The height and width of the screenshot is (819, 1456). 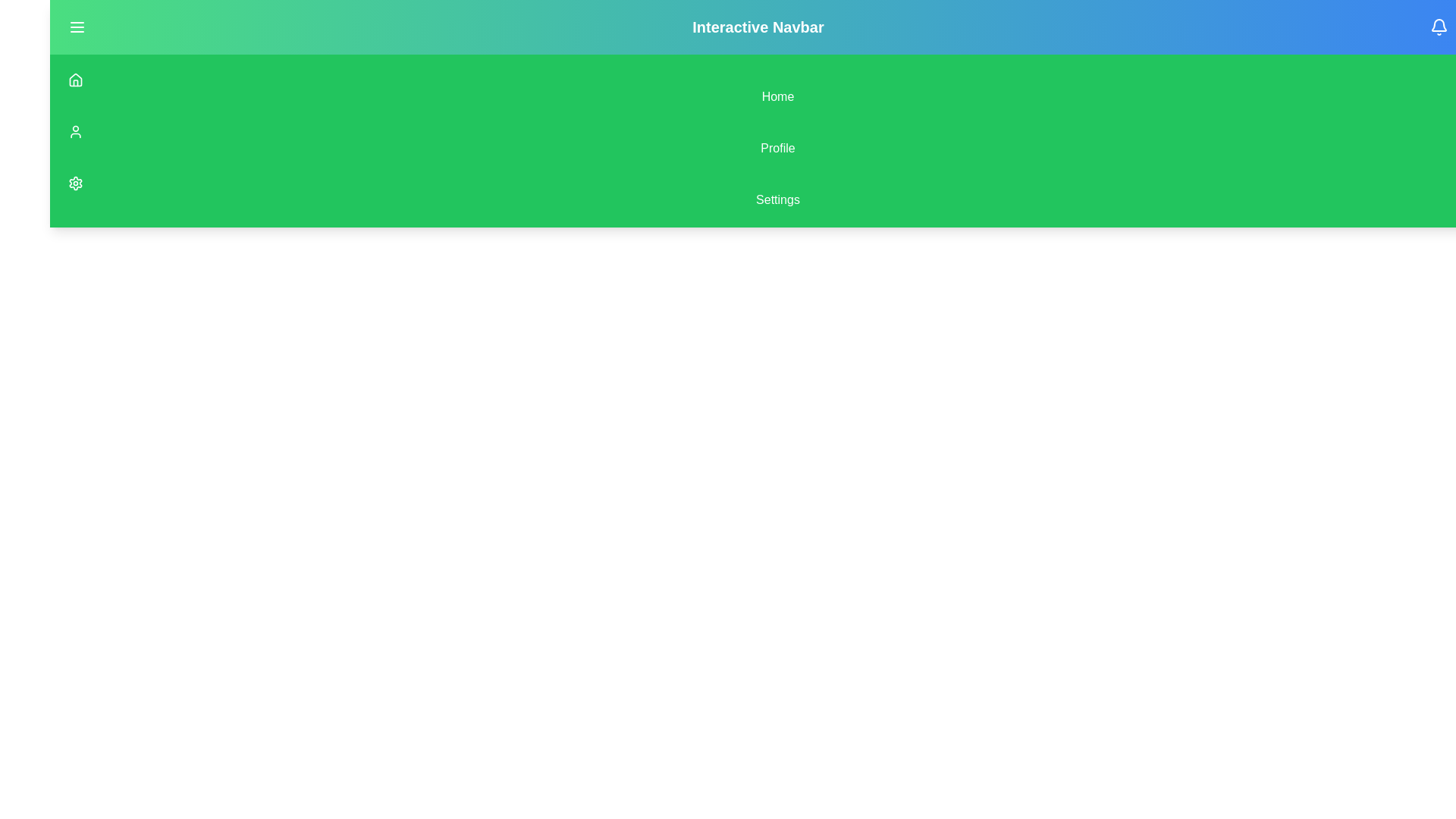 I want to click on the house icon, which has an angular roof and rectangular base, located at the top-left corner of the interface in a vertical stack of icons, so click(x=75, y=79).